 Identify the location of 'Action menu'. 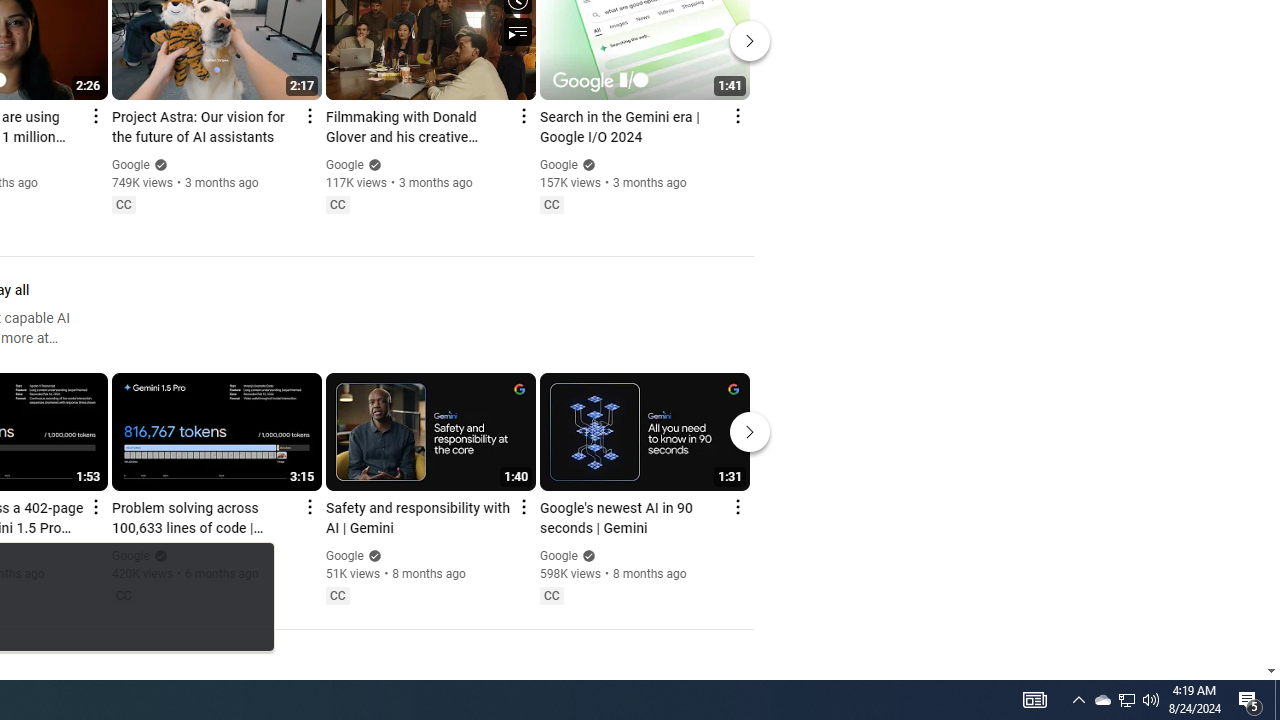
(736, 505).